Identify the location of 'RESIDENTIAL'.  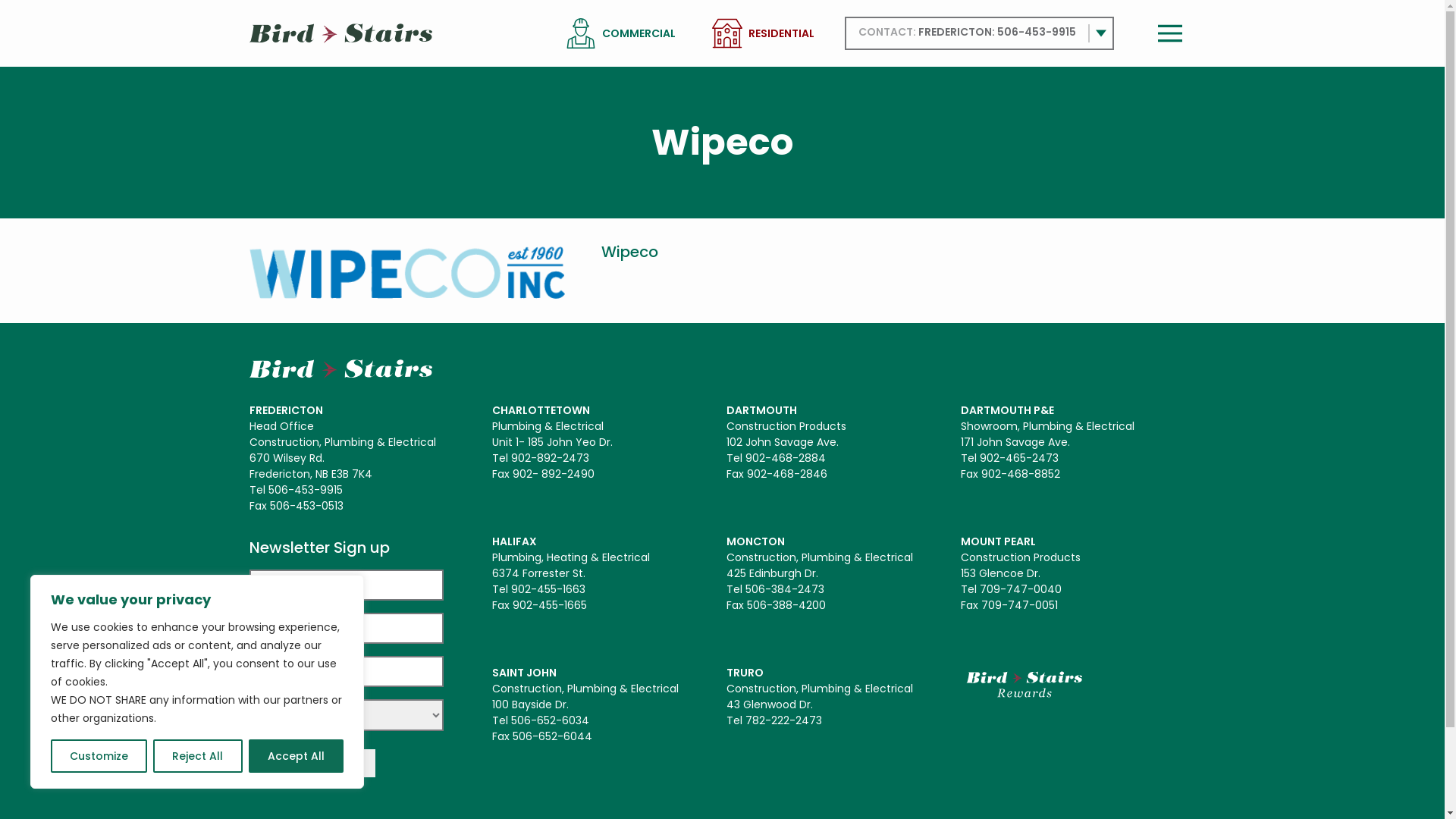
(747, 33).